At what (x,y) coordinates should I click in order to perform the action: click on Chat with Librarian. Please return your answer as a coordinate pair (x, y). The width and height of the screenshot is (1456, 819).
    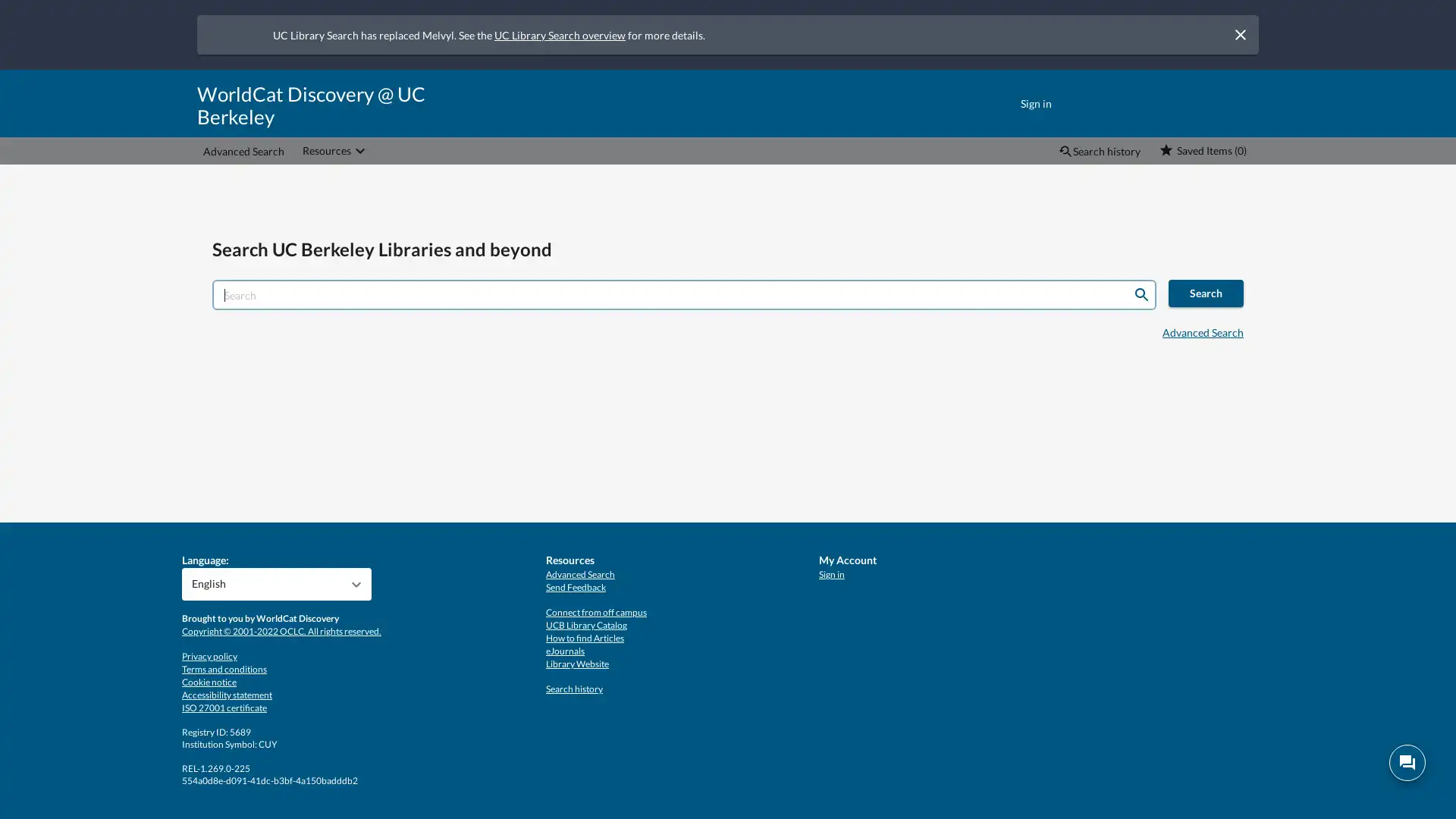
    Looking at the image, I should click on (1407, 763).